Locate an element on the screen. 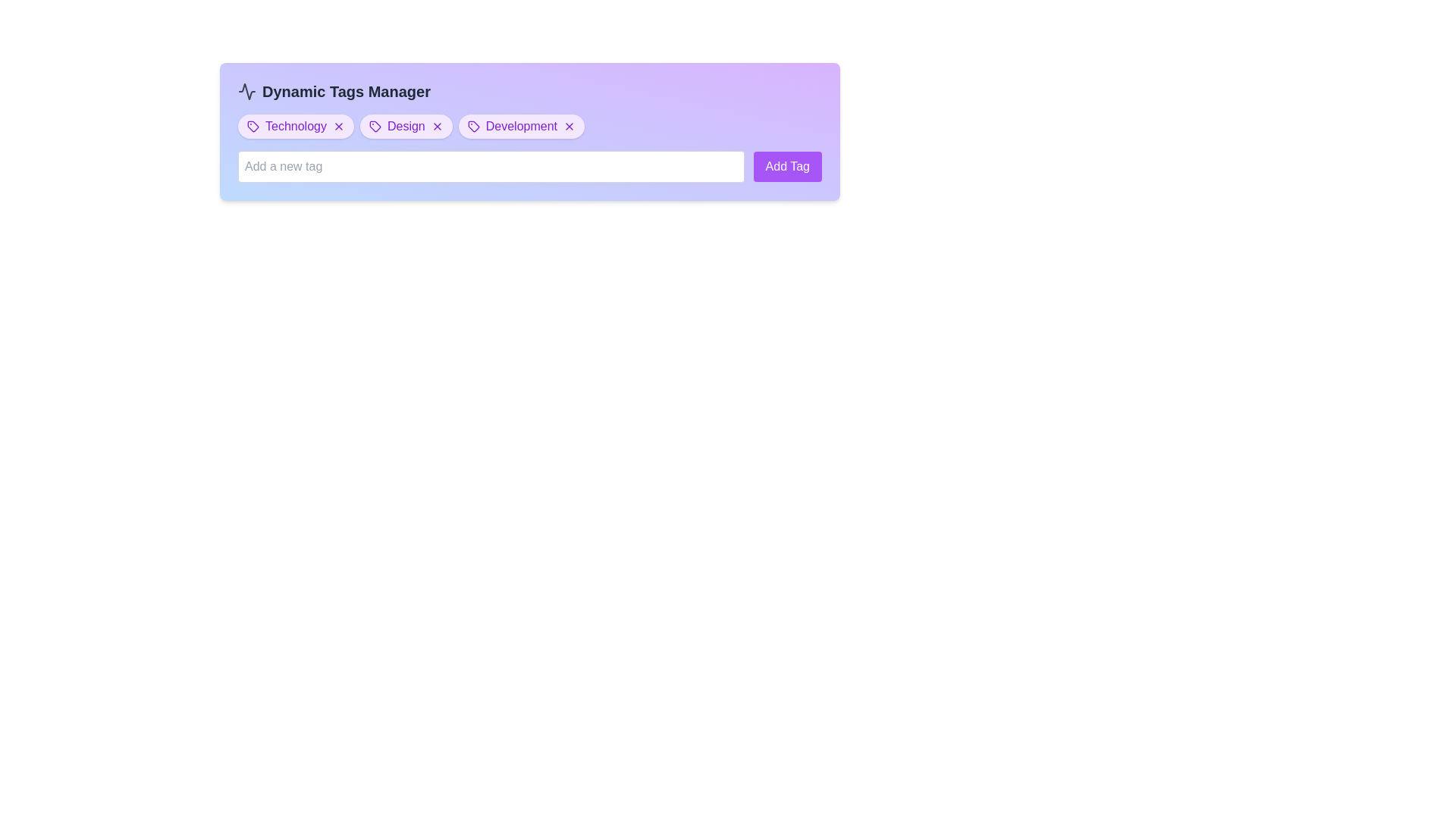 The width and height of the screenshot is (1456, 819). the label styled with a purple background and white text, which contains the icon resembling a tag and the text 'Technology' is located at coordinates (296, 125).